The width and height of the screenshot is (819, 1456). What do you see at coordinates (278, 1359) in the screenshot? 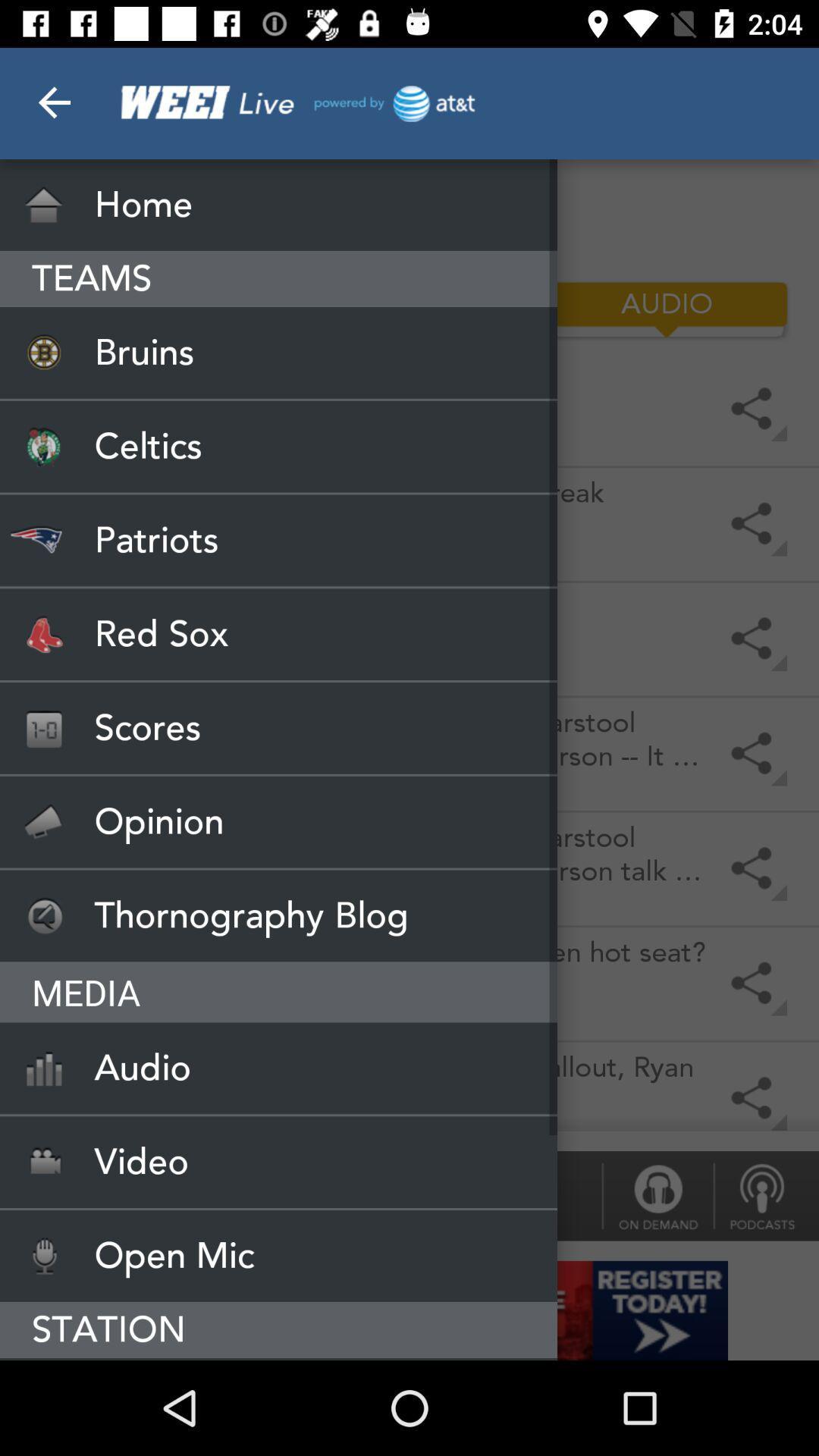
I see `listen to weei icon` at bounding box center [278, 1359].